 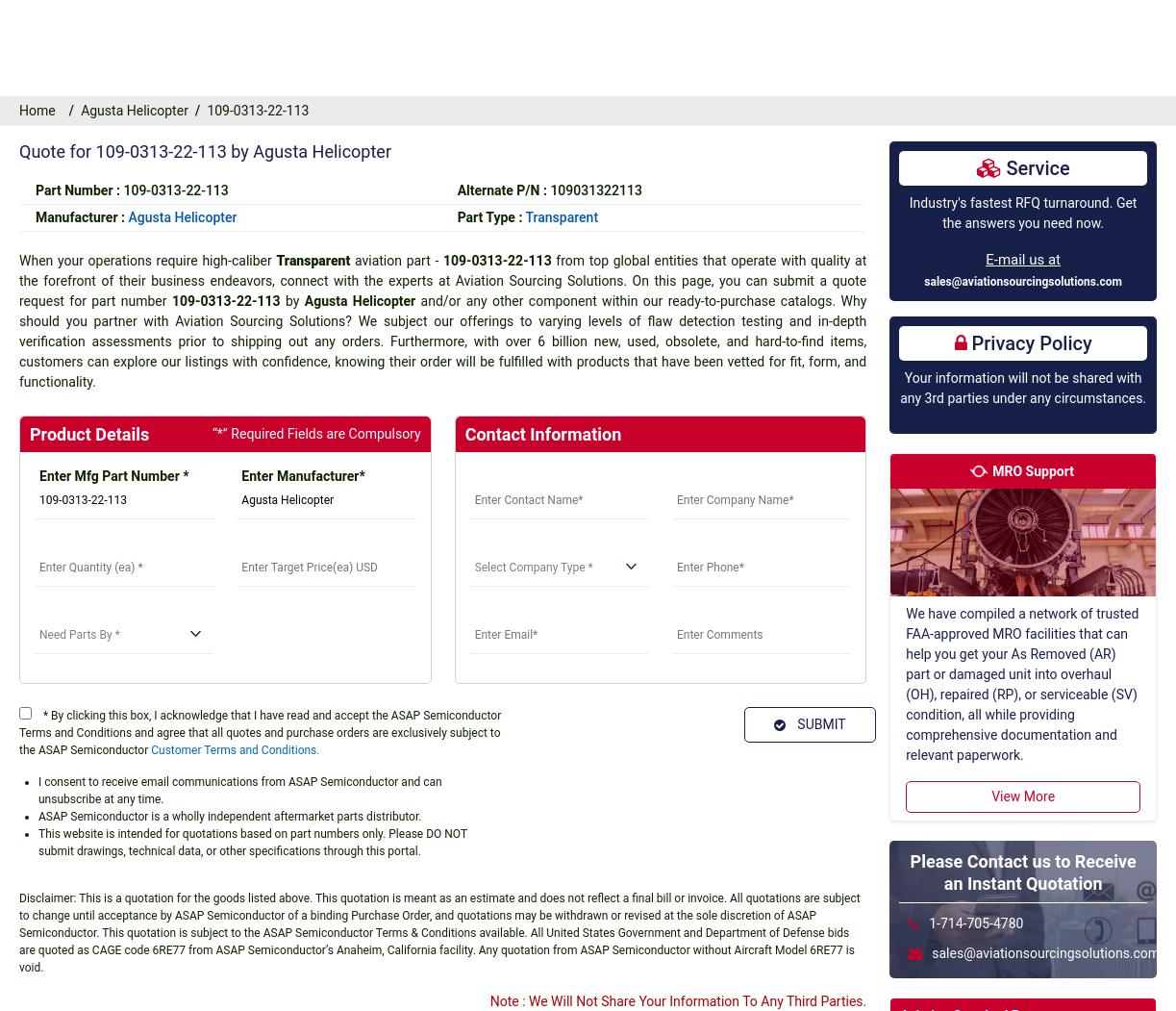 I want to click on 'View More', so click(x=1022, y=449).